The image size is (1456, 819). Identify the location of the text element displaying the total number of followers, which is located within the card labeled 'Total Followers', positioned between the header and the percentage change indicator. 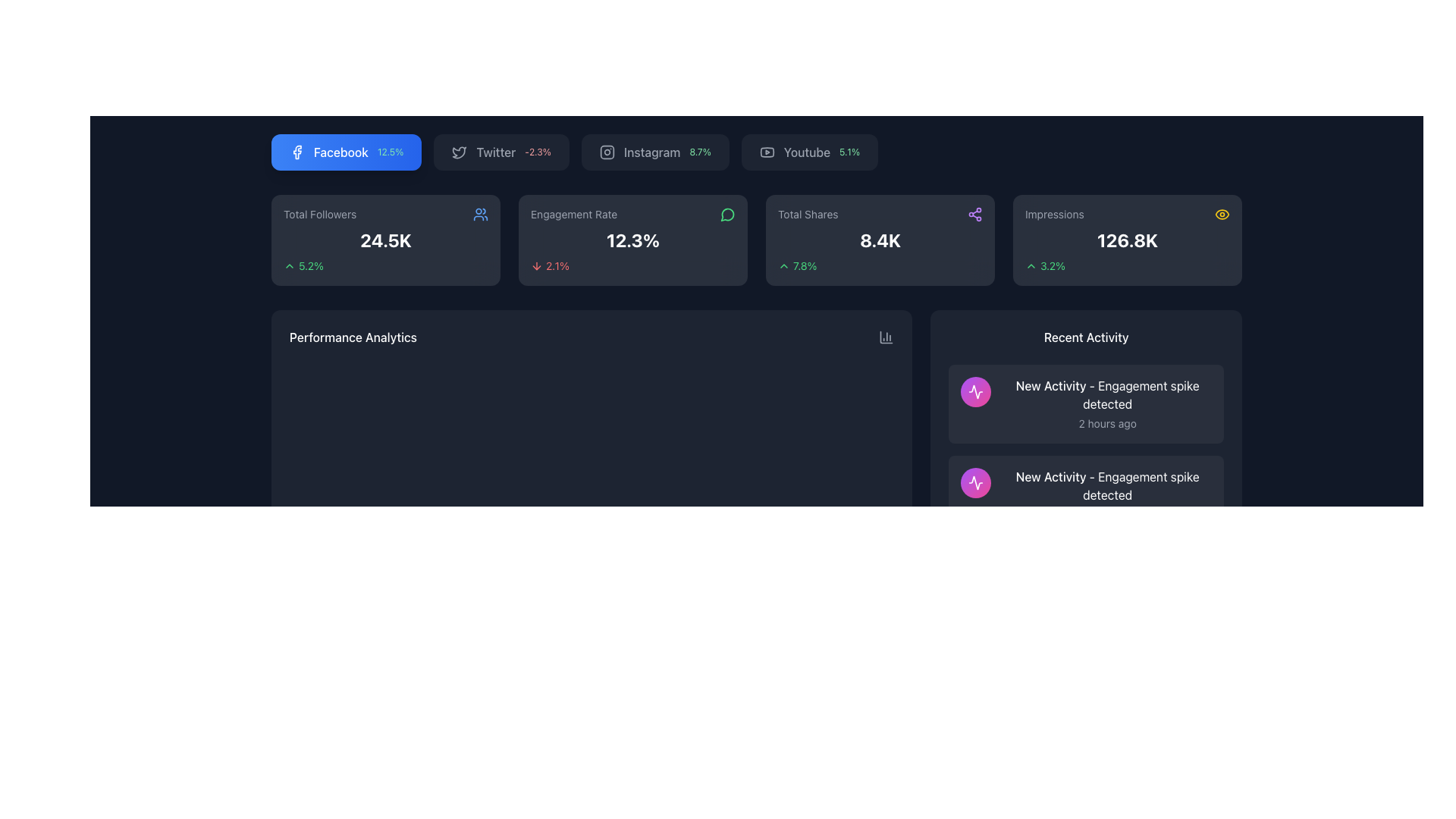
(385, 239).